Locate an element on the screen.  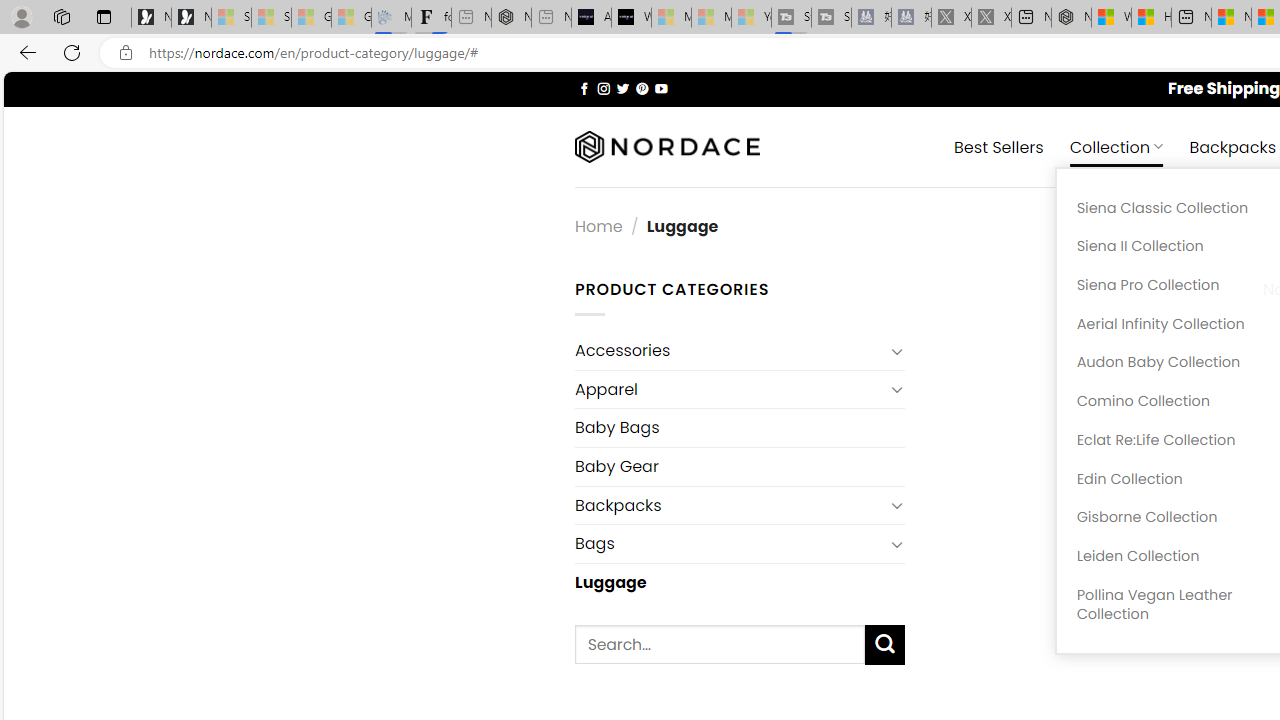
'Nordace' is located at coordinates (667, 146).